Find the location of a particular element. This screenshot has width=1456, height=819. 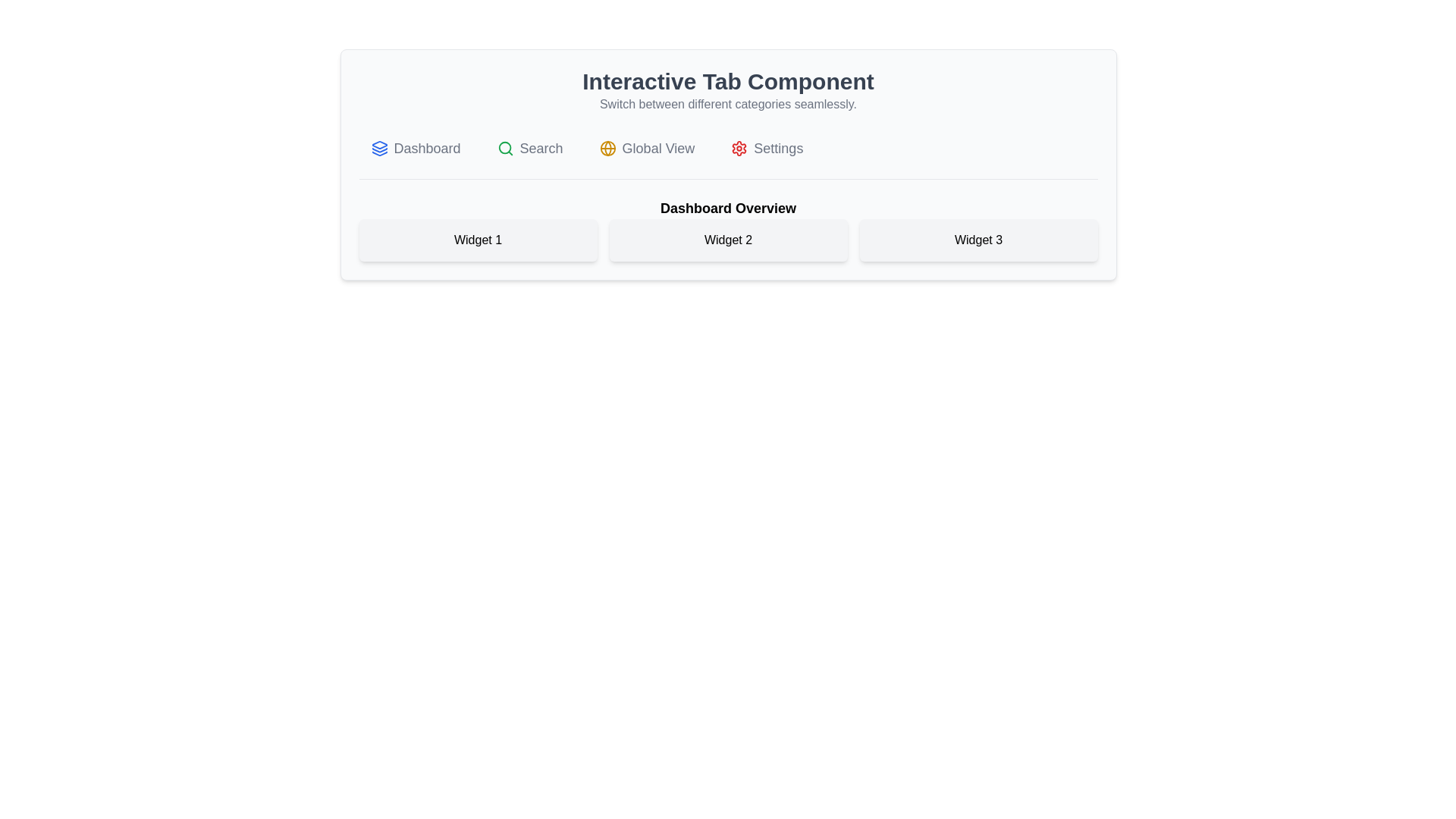

the 'Dashboard' button located on the far-left side of the horizontal row of buttons near the top of the interface is located at coordinates (416, 149).